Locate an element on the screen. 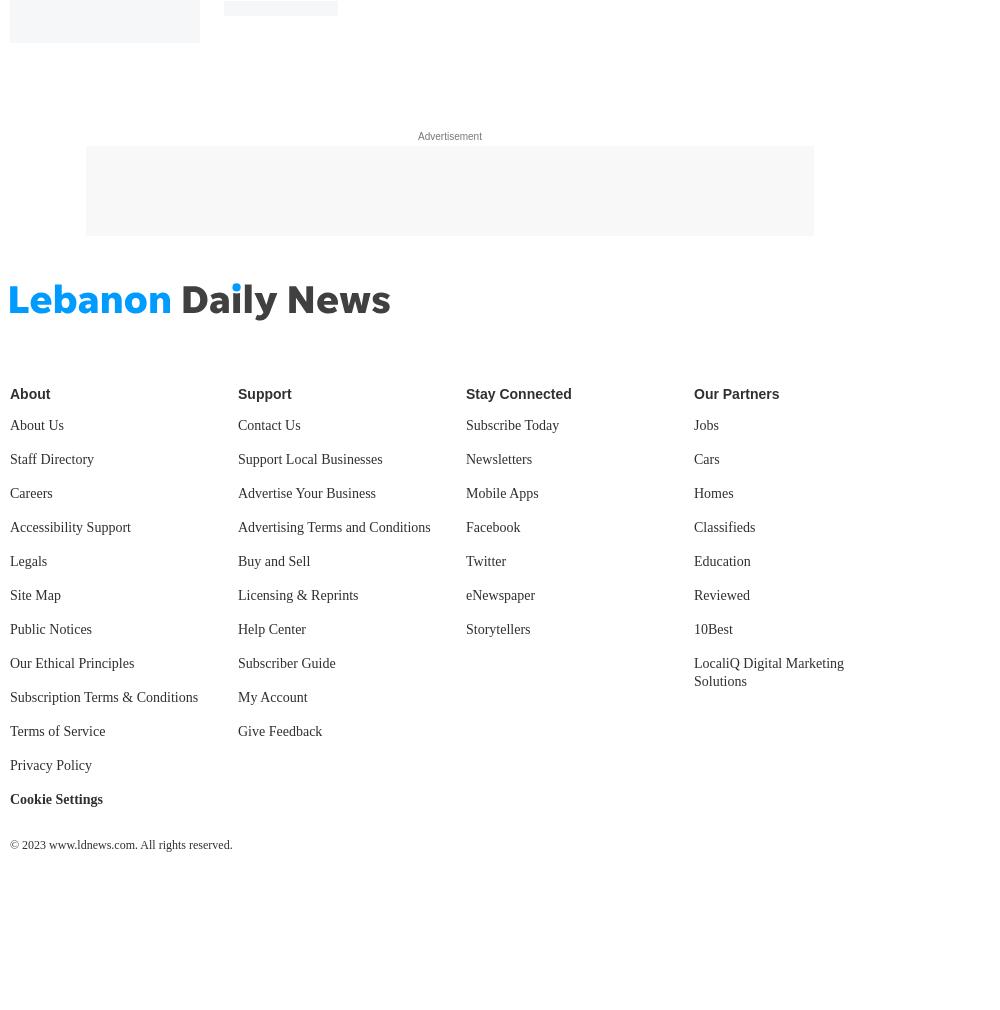 The width and height of the screenshot is (1000, 1010). 'Legals' is located at coordinates (28, 559).